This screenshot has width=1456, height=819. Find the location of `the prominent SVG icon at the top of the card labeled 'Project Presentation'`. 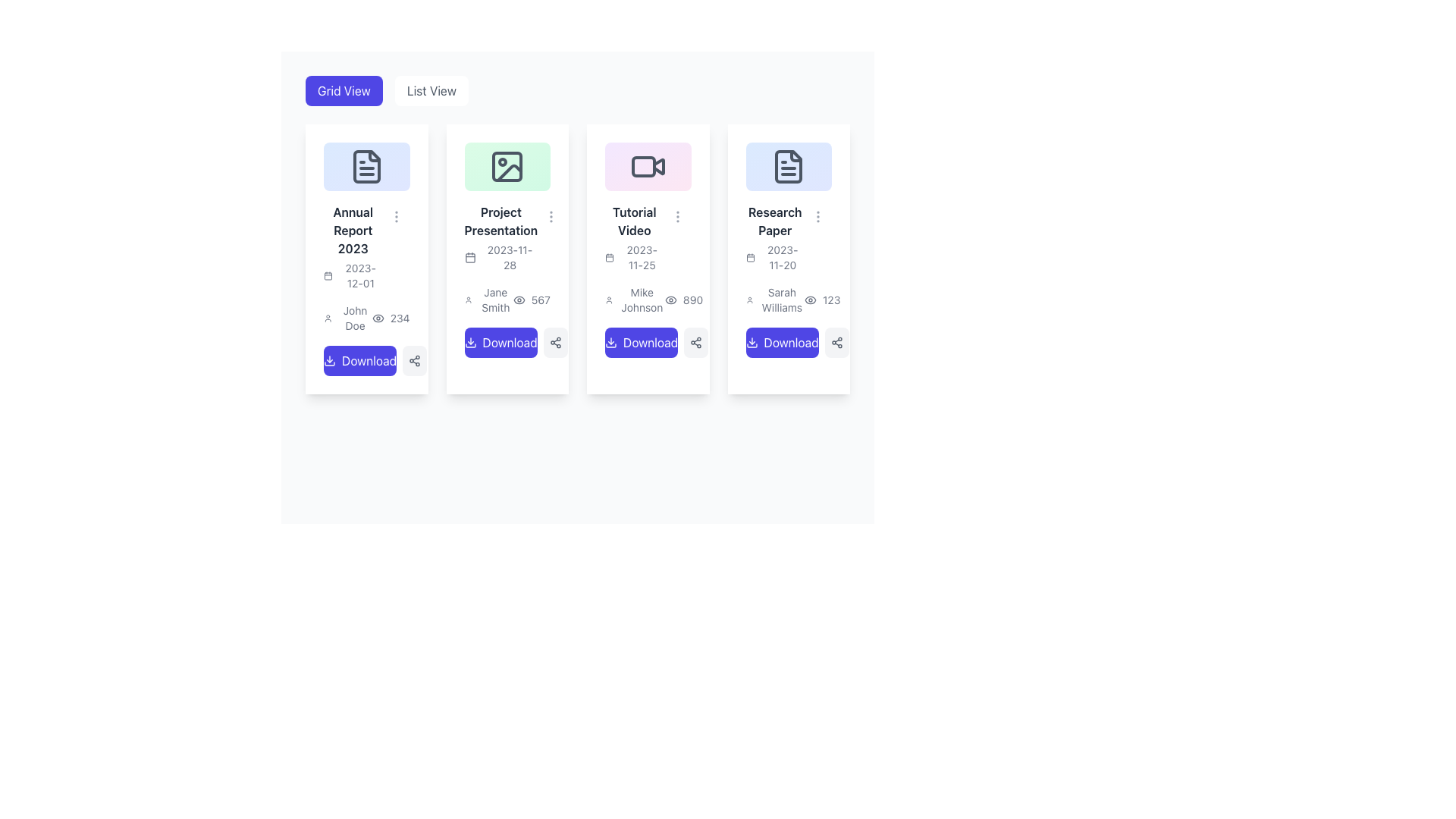

the prominent SVG icon at the top of the card labeled 'Project Presentation' is located at coordinates (507, 166).